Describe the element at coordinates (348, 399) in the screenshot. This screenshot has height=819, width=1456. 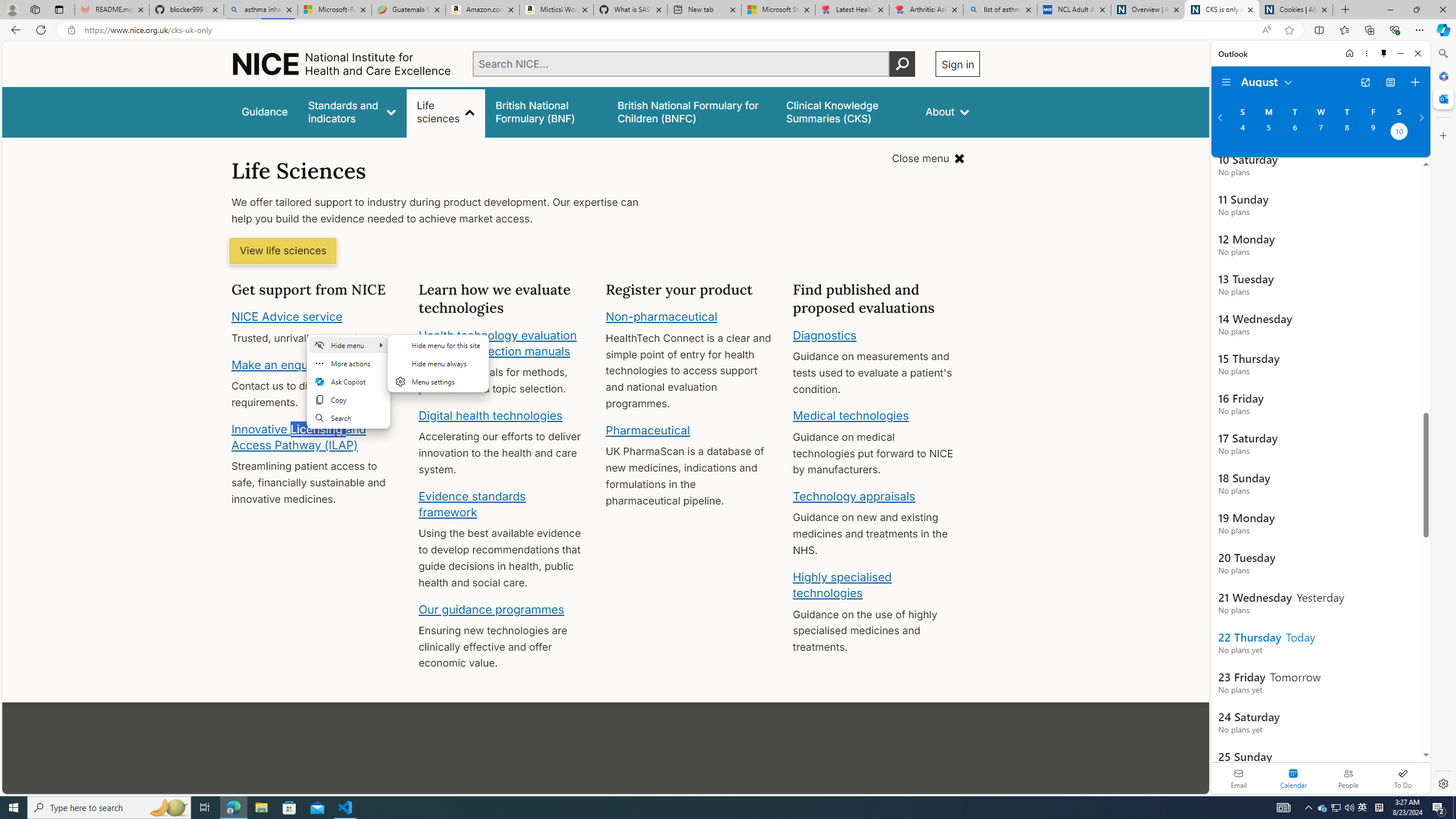
I see `'Copy'` at that location.